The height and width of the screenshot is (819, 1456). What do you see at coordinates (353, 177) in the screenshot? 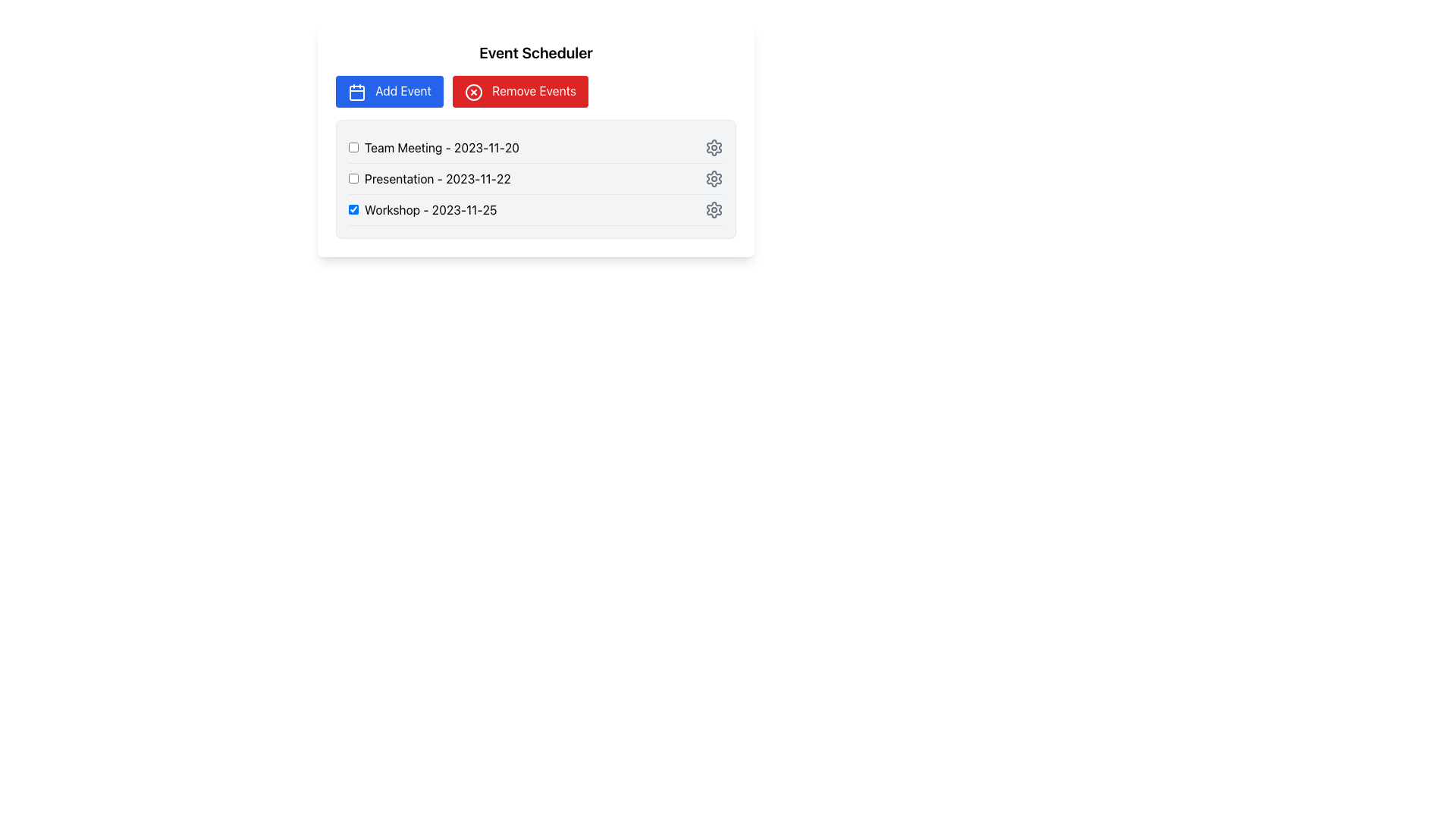
I see `the checkbox for the event 'Presentation - 2023-11-22', which is positioned as the first component in the list item, aligned with the event label text` at bounding box center [353, 177].